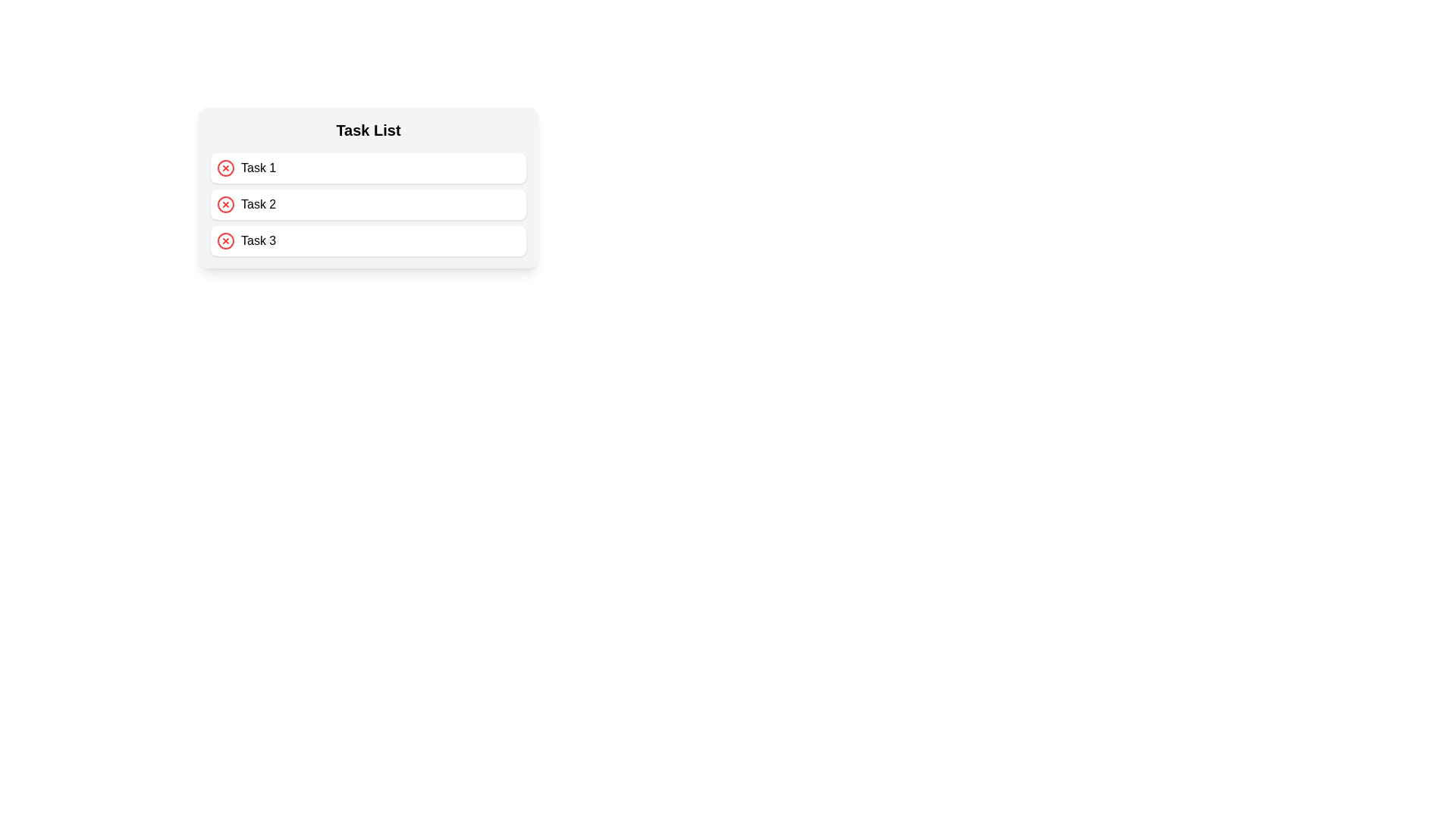 This screenshot has width=1456, height=819. What do you see at coordinates (368, 240) in the screenshot?
I see `the third task item in the task list, labeled 'Task 3'` at bounding box center [368, 240].